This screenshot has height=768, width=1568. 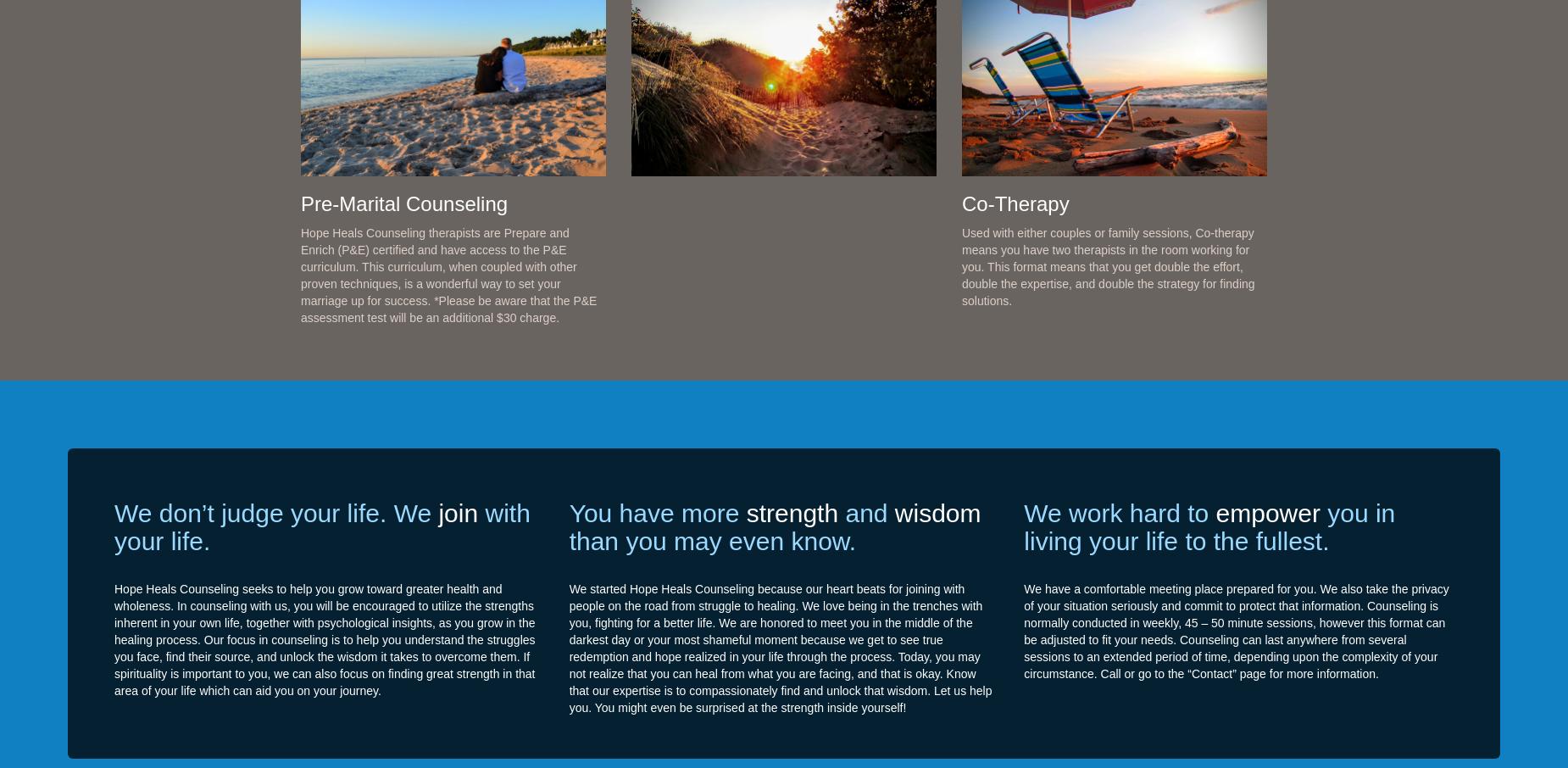 What do you see at coordinates (1209, 526) in the screenshot?
I see `'you in living your life to the fullest.'` at bounding box center [1209, 526].